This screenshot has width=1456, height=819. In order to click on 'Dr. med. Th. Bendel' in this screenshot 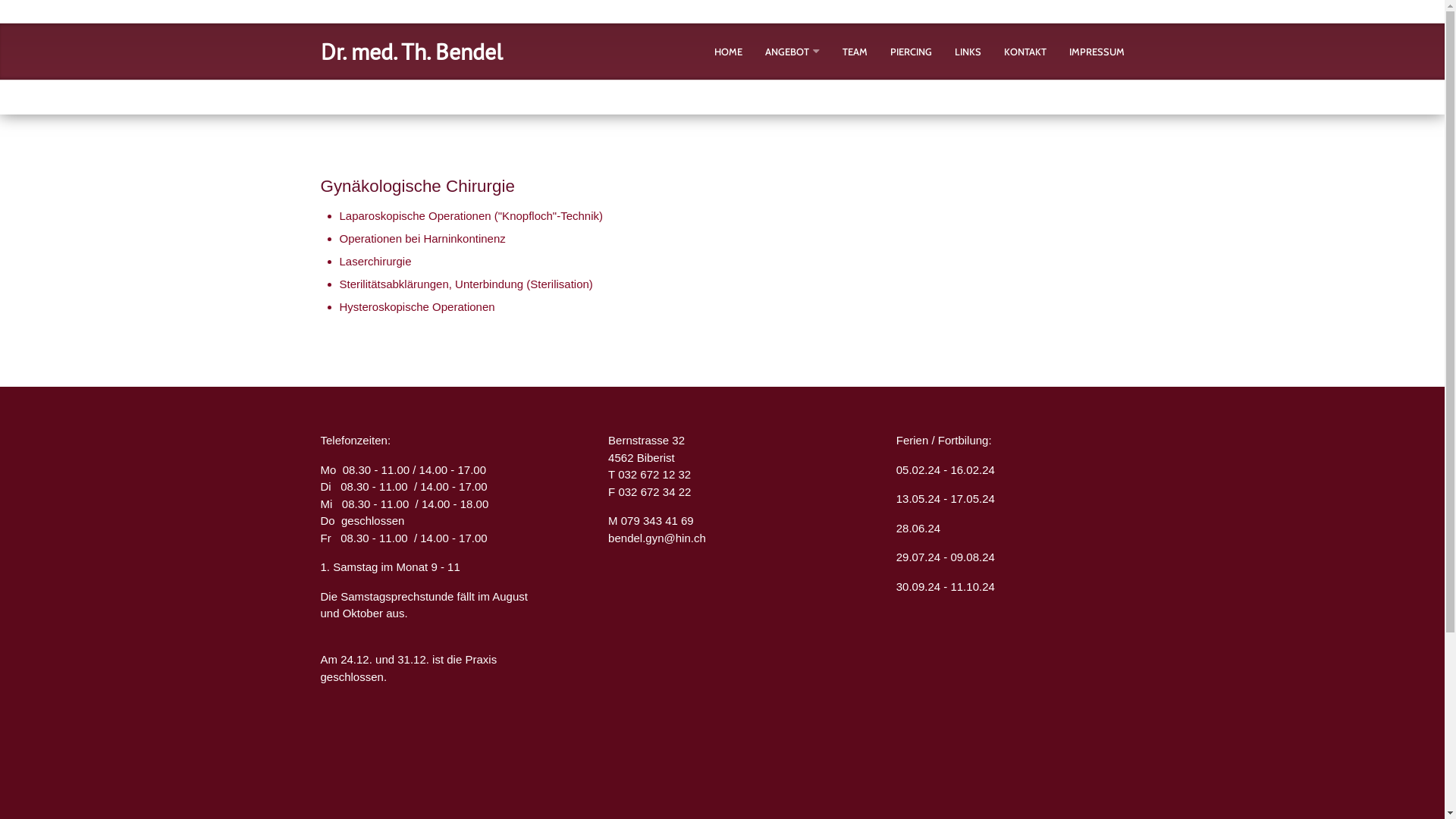, I will do `click(411, 50)`.